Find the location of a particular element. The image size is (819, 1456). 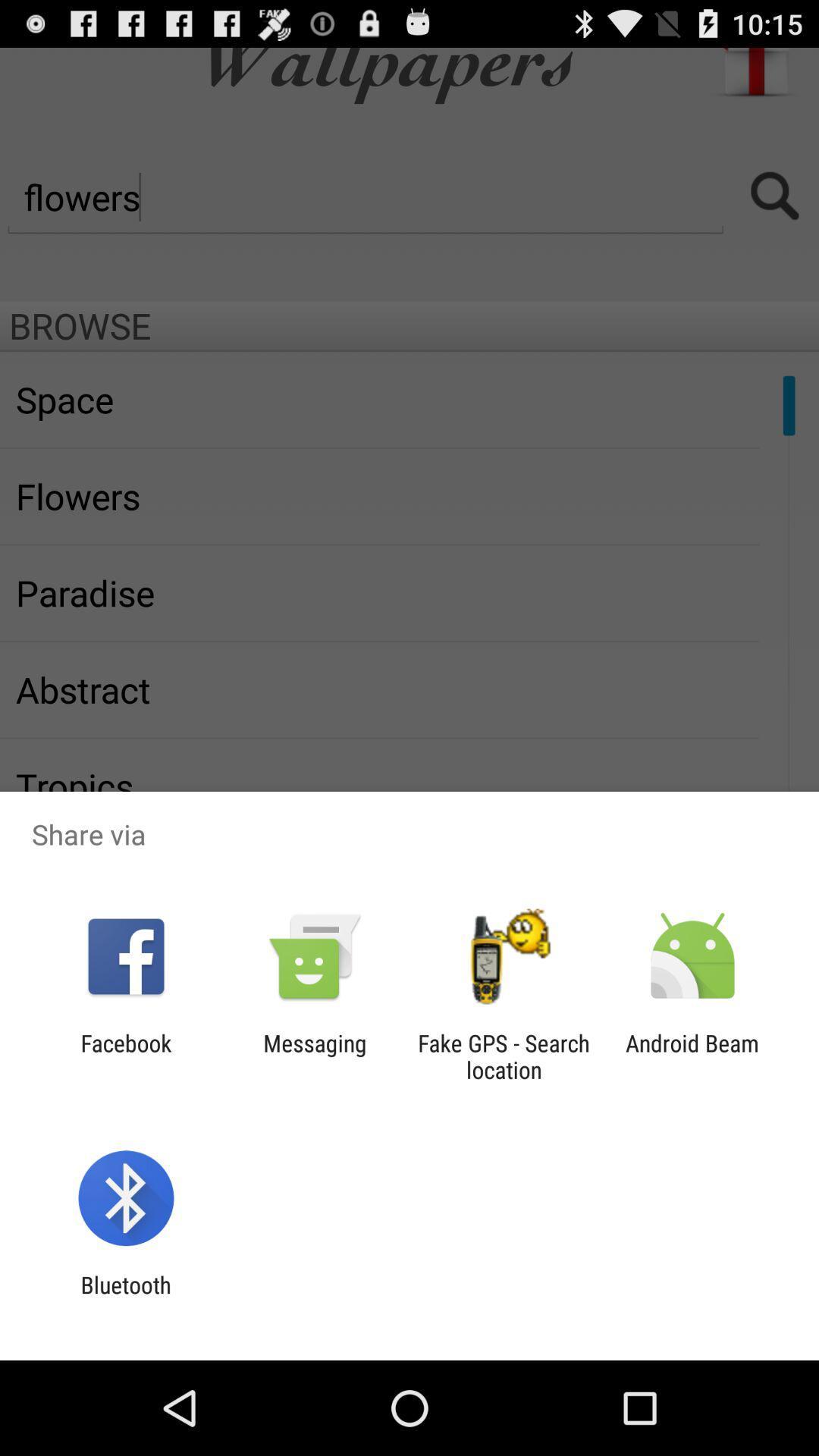

the app next to the android beam icon is located at coordinates (504, 1056).